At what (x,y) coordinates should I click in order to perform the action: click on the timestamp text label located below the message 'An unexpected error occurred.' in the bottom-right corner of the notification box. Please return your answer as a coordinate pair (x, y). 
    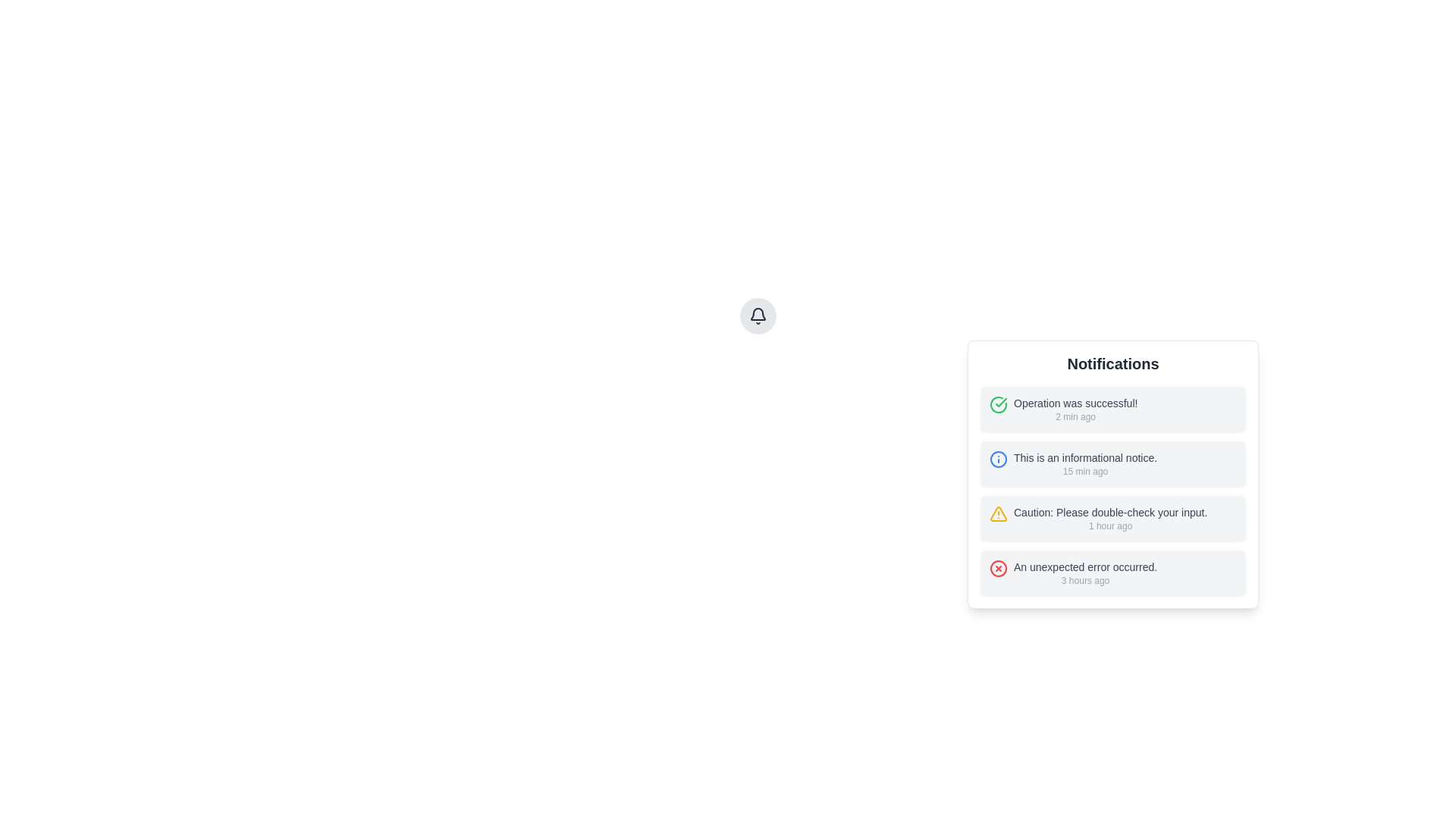
    Looking at the image, I should click on (1084, 580).